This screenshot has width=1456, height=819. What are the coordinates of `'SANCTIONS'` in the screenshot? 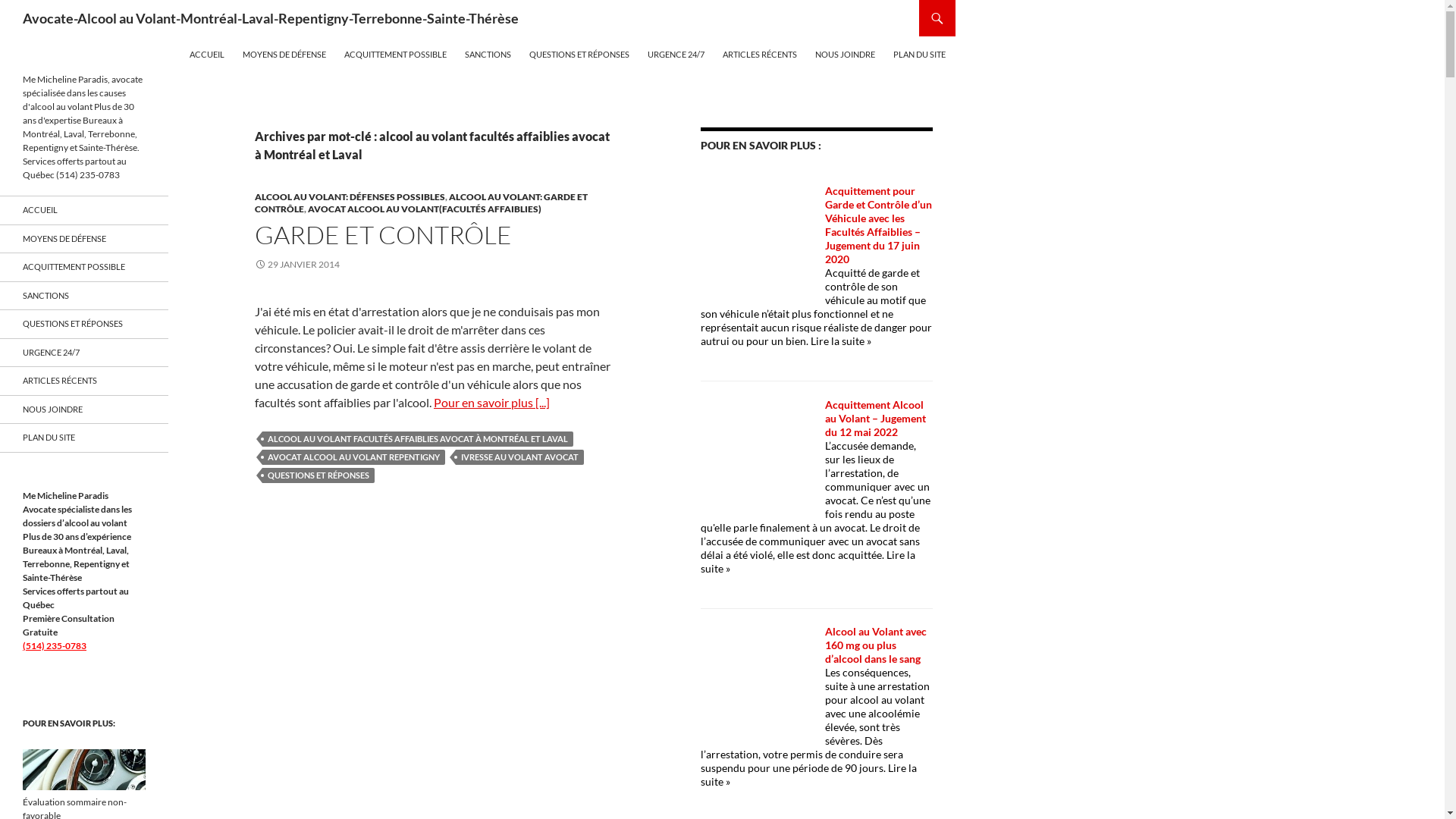 It's located at (488, 54).